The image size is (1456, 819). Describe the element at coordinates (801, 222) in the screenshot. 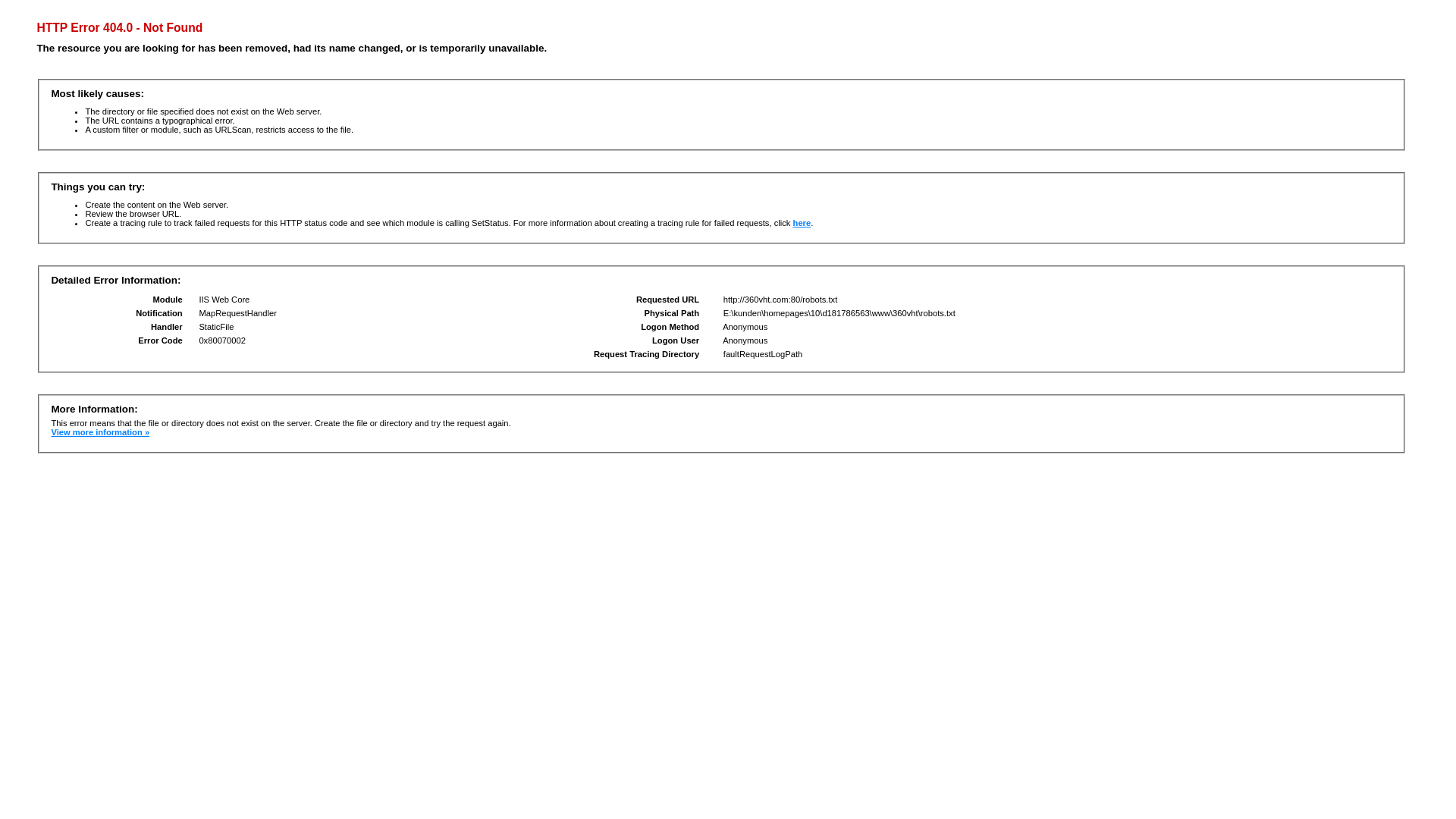

I see `'here'` at that location.